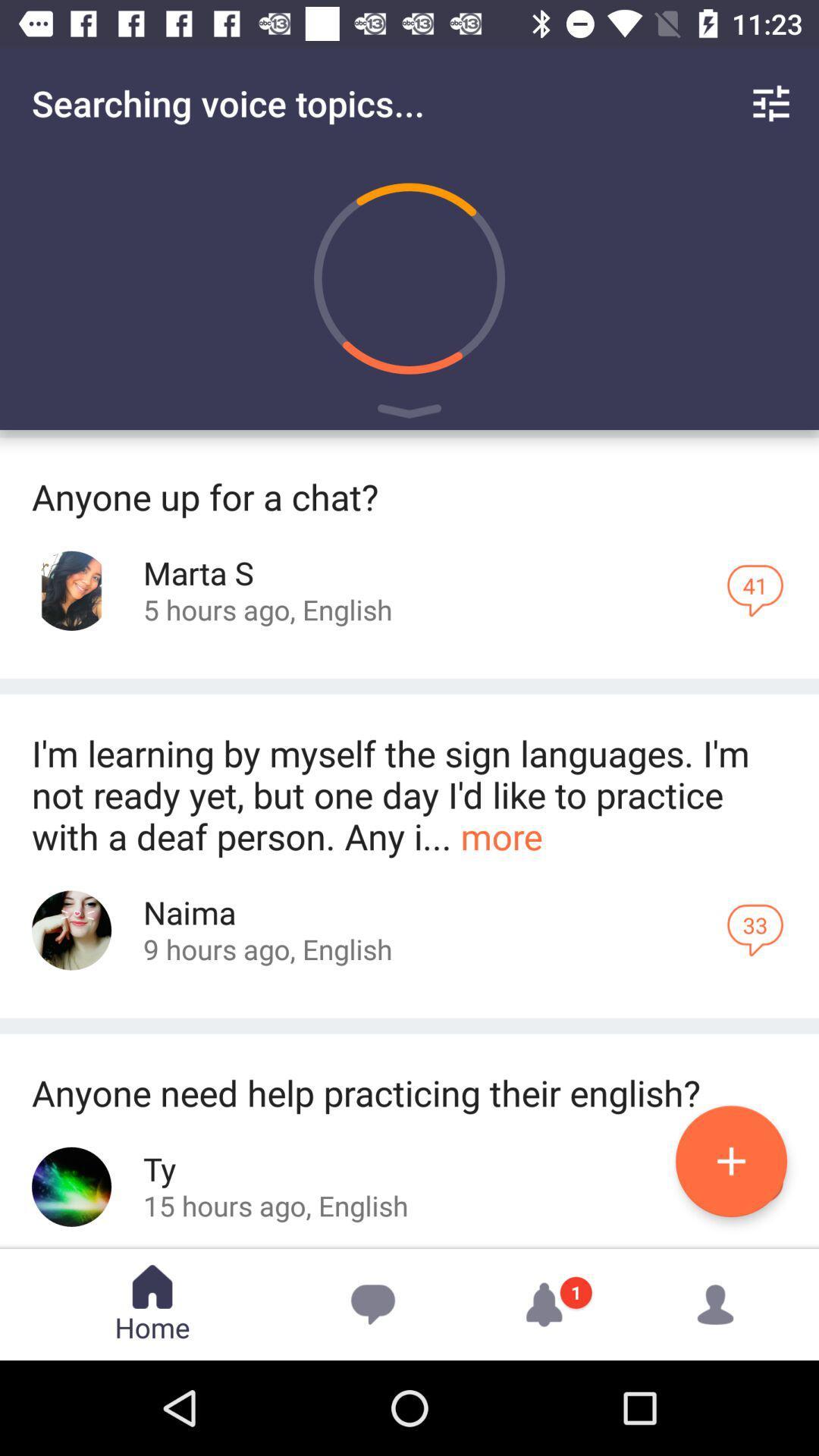 This screenshot has height=1456, width=819. Describe the element at coordinates (730, 1160) in the screenshot. I see `message` at that location.